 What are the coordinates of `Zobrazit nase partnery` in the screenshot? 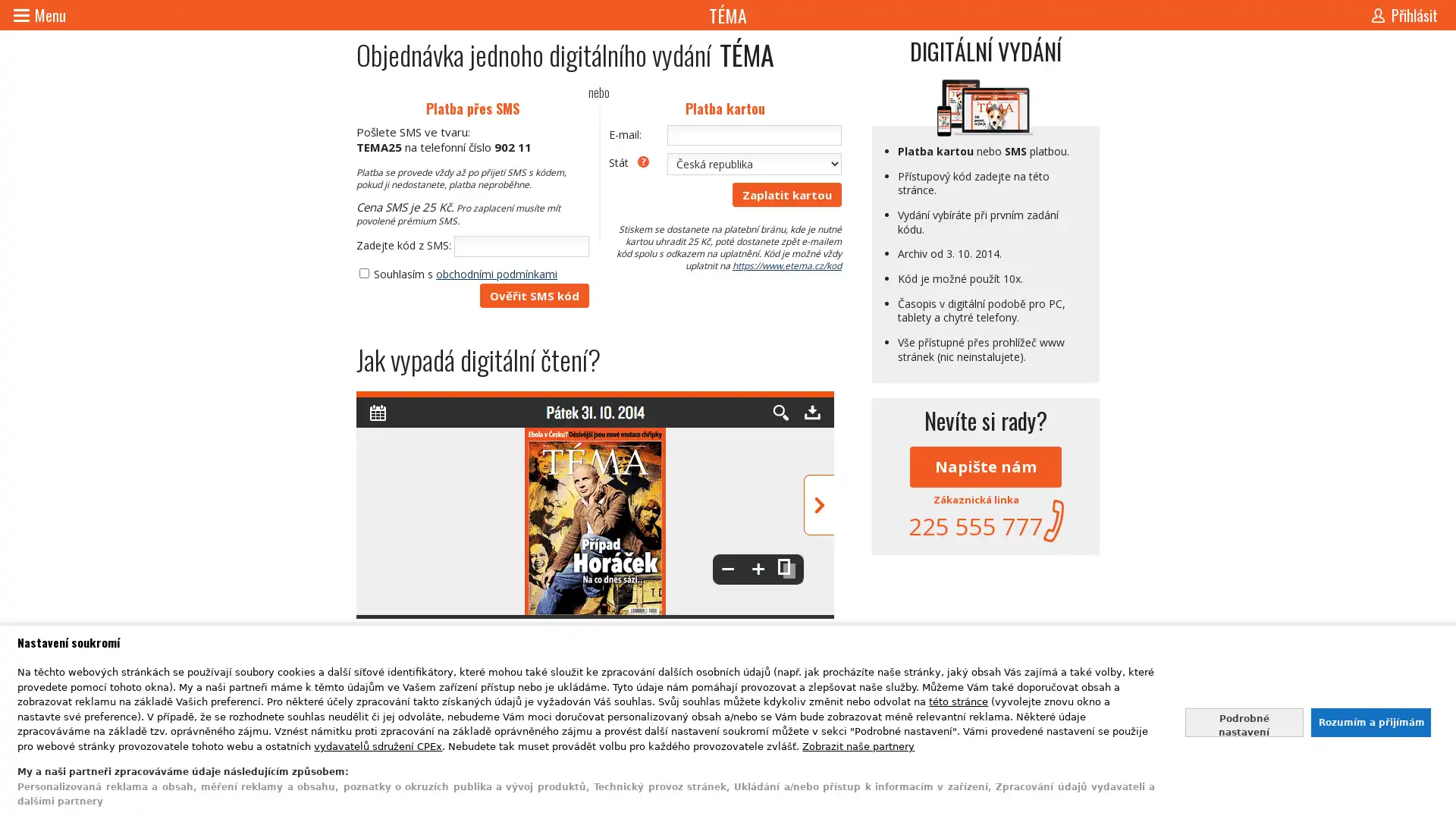 It's located at (858, 745).